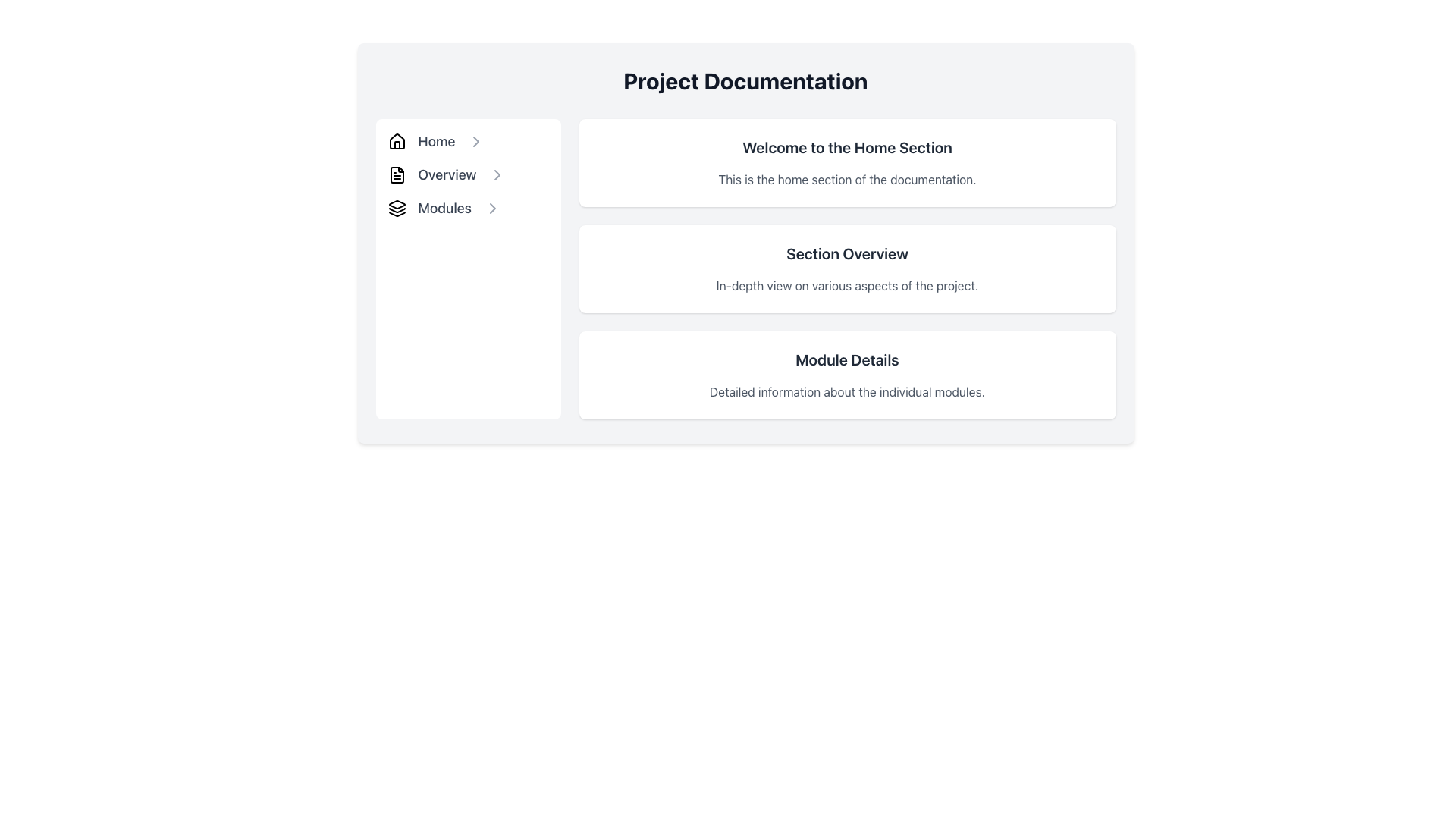 This screenshot has width=1456, height=819. What do you see at coordinates (497, 174) in the screenshot?
I see `the right-pointing chevron icon styled in gray, located to the right of the 'Overview' text in the vertically-stacked navigation menu` at bounding box center [497, 174].